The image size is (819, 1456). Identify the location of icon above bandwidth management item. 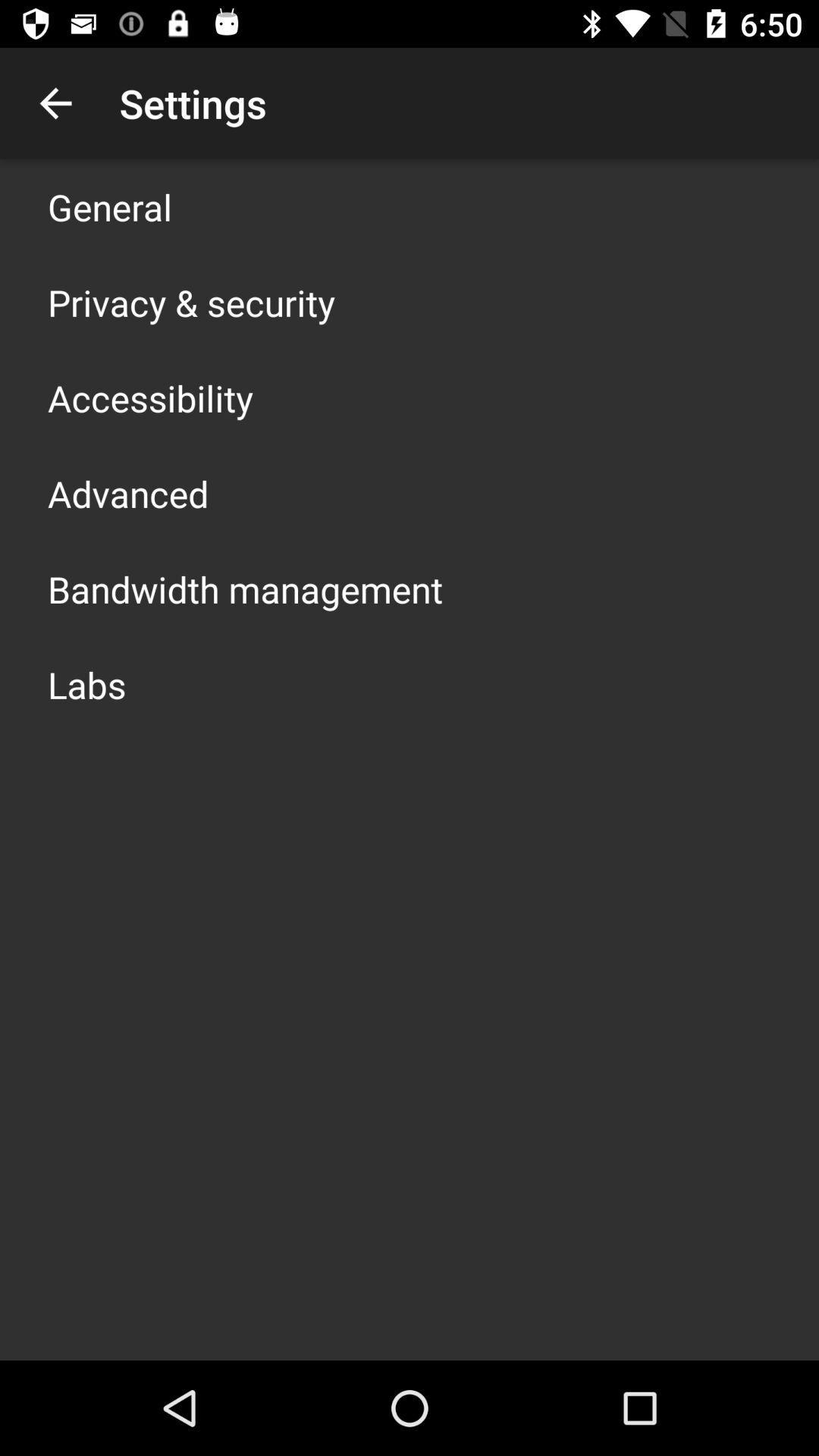
(127, 494).